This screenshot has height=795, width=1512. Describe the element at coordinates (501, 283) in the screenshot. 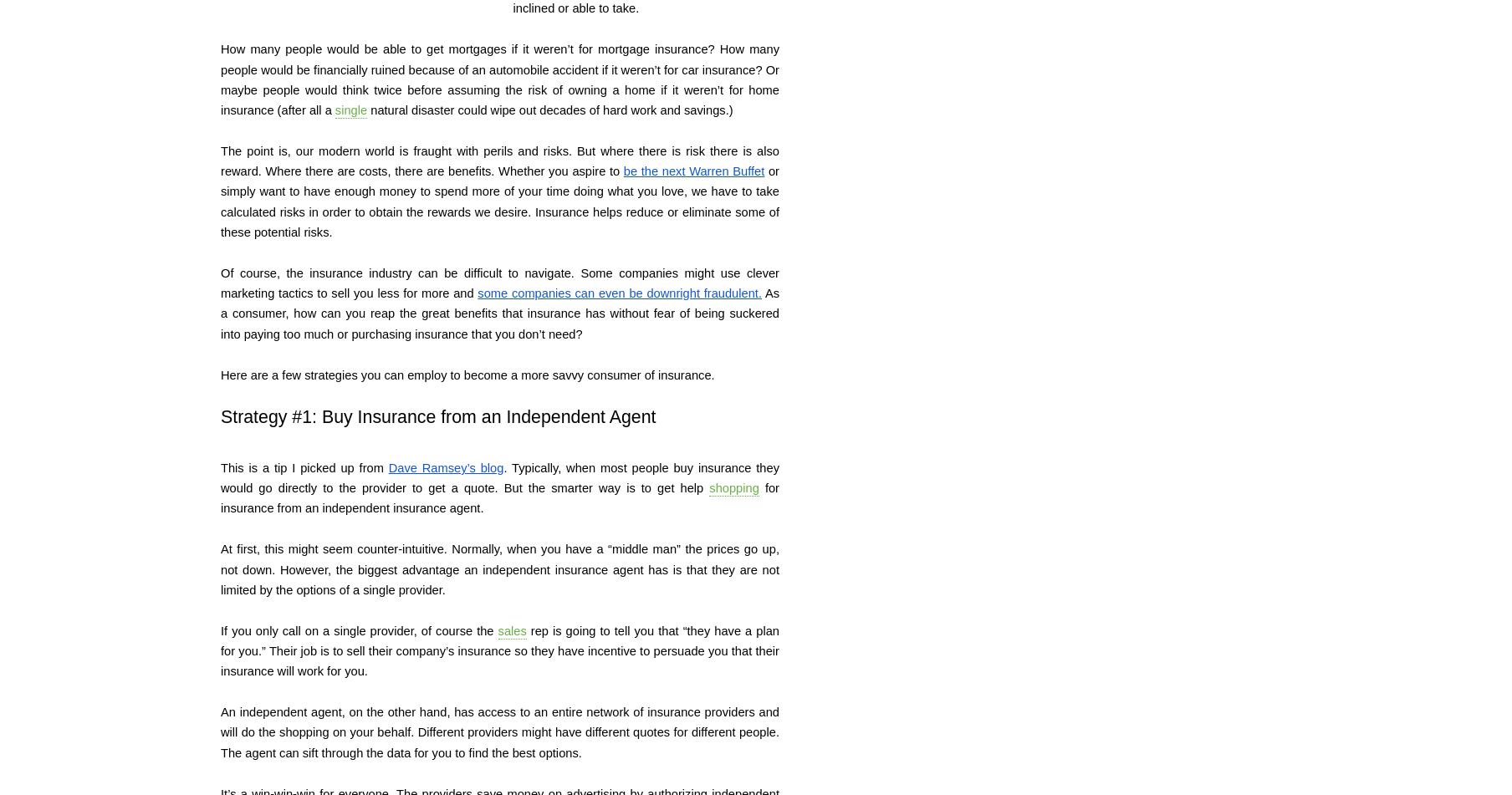

I see `'Of course, the insurance industry can be difficult to navigate. Some companies might use clever marketing tactics to sell you less for more and'` at that location.